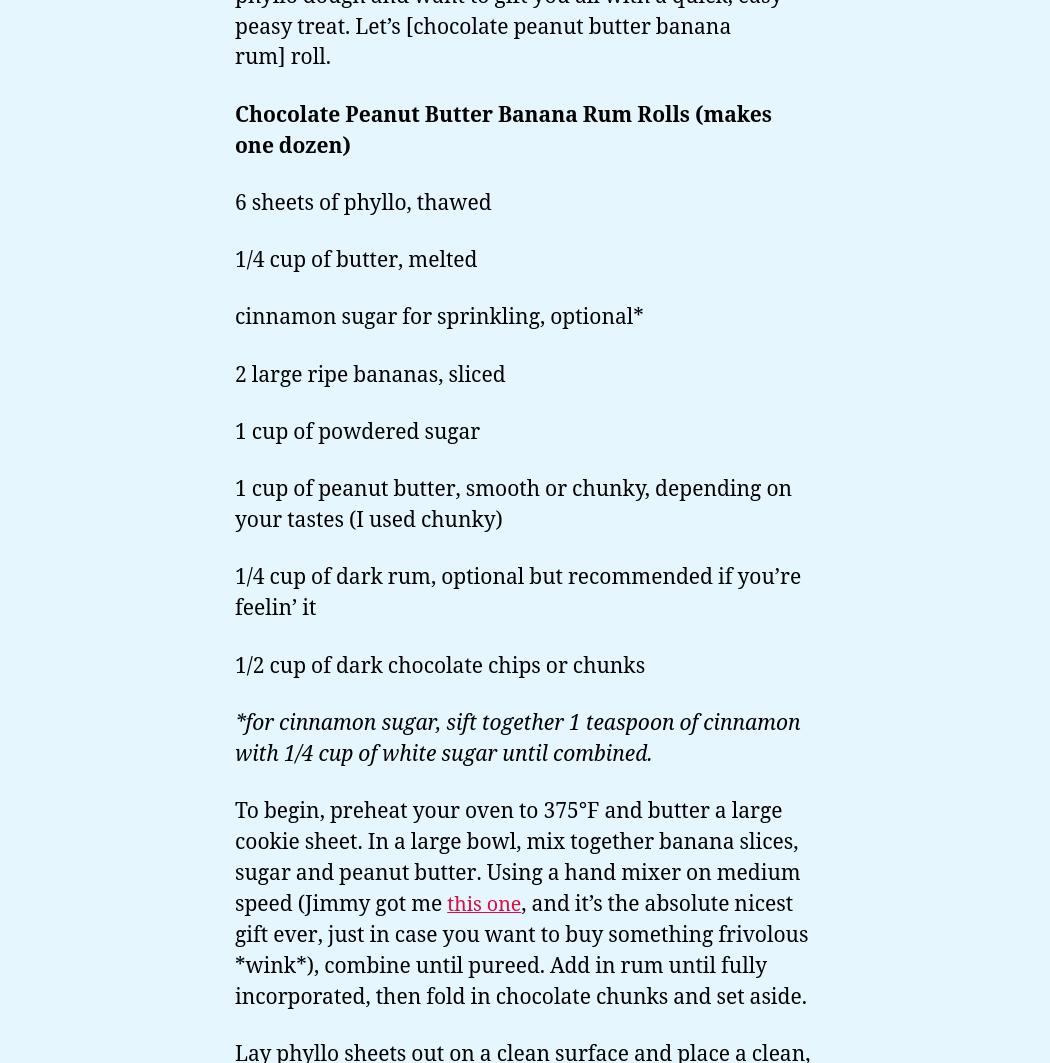 The height and width of the screenshot is (1063, 1050). I want to click on 'Ice Cream', so click(39, 307).